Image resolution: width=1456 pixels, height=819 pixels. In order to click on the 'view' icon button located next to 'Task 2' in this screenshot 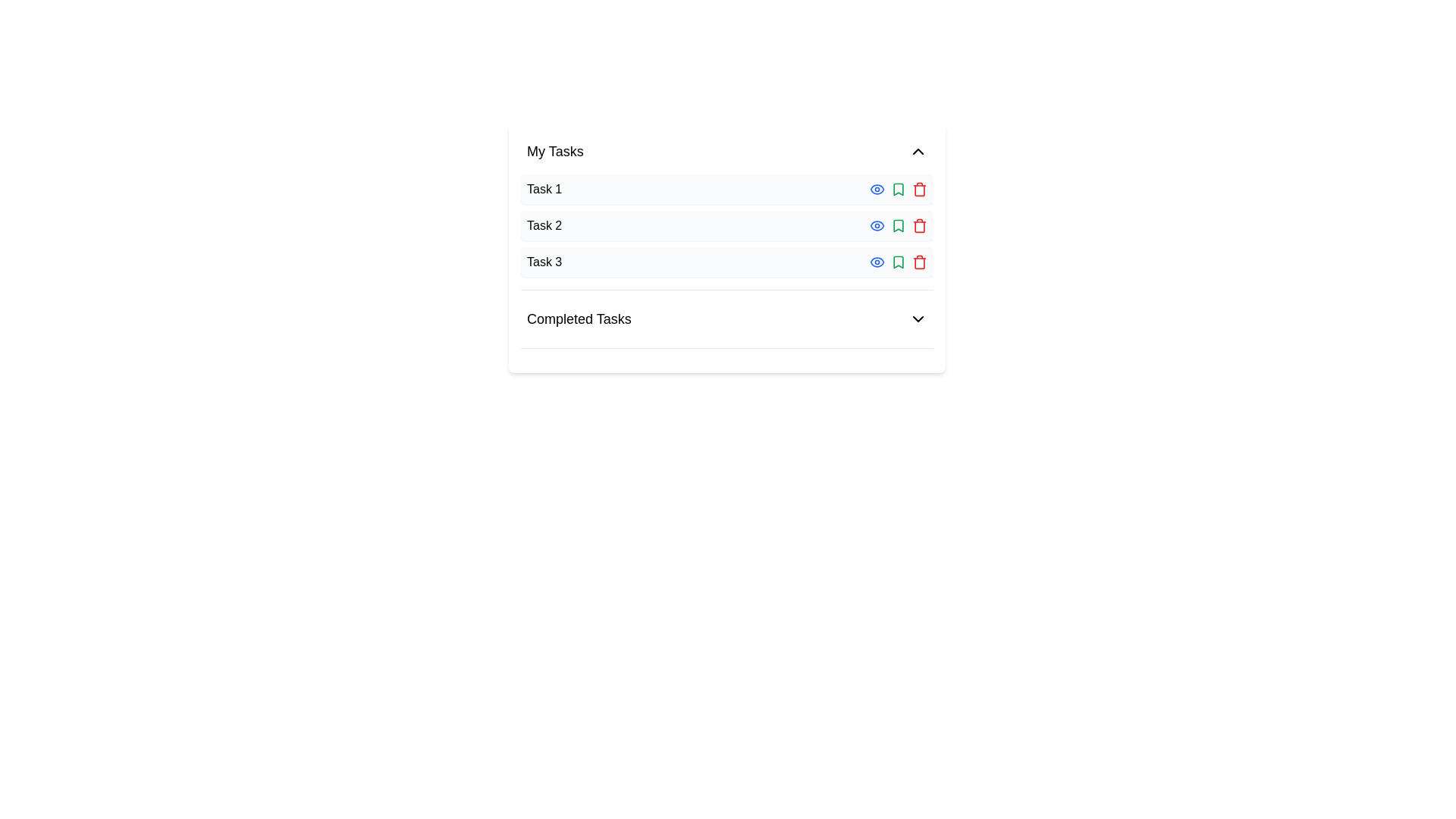, I will do `click(877, 225)`.